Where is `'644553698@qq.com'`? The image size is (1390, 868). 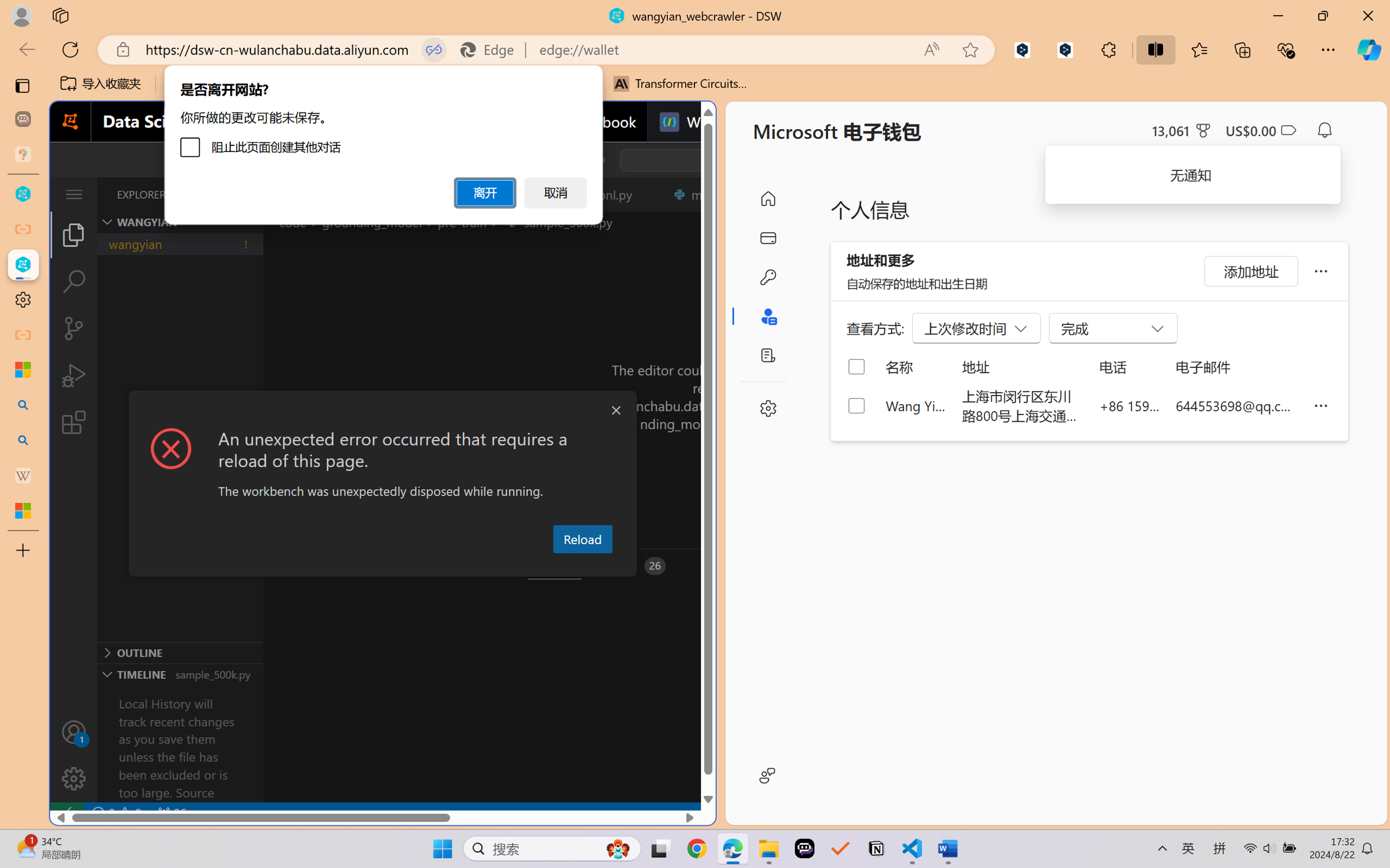 '644553698@qq.com' is located at coordinates (1236, 405).